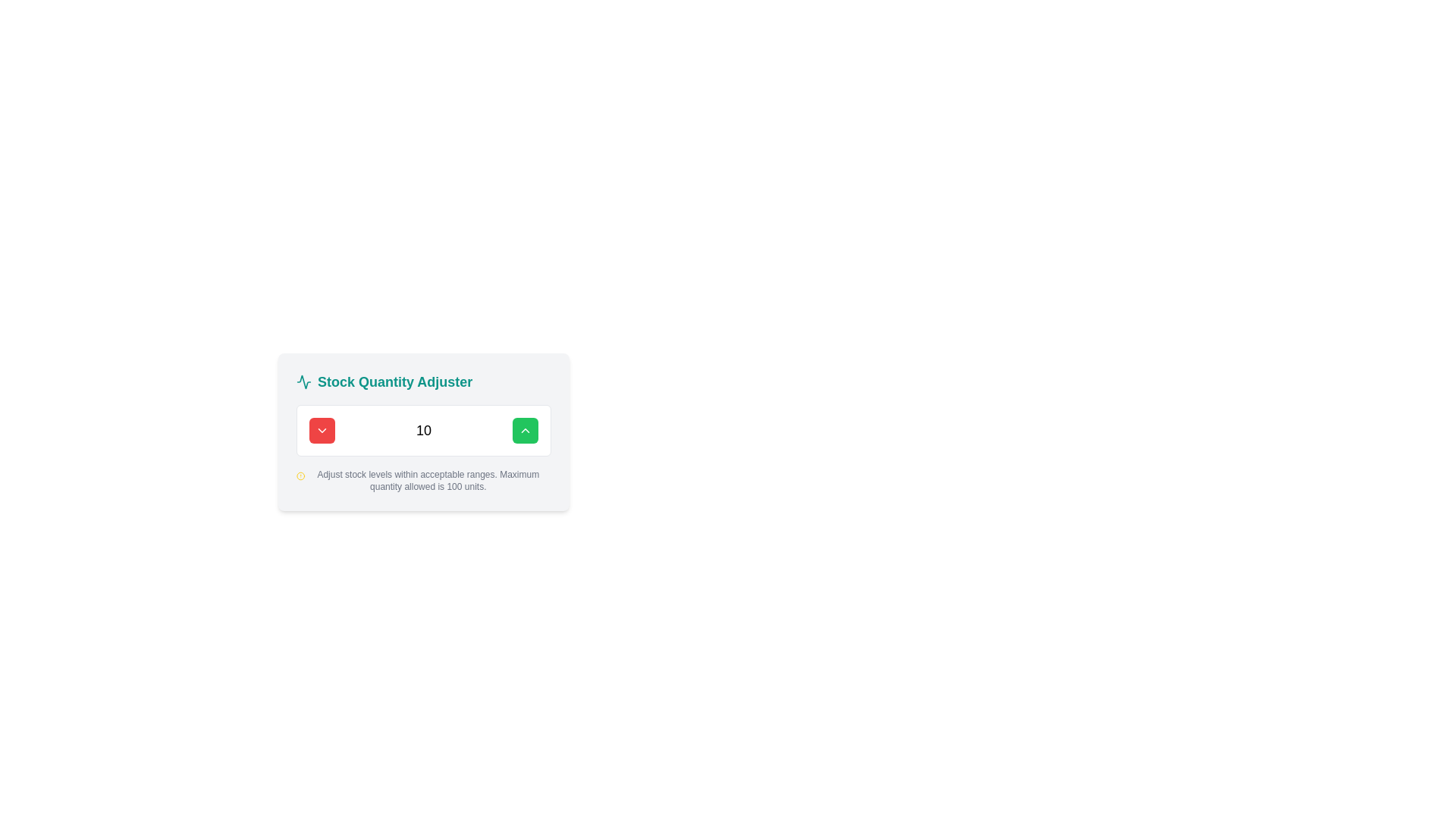 This screenshot has height=819, width=1456. Describe the element at coordinates (525, 430) in the screenshot. I see `the green button with a white upward-pointing arrow` at that location.